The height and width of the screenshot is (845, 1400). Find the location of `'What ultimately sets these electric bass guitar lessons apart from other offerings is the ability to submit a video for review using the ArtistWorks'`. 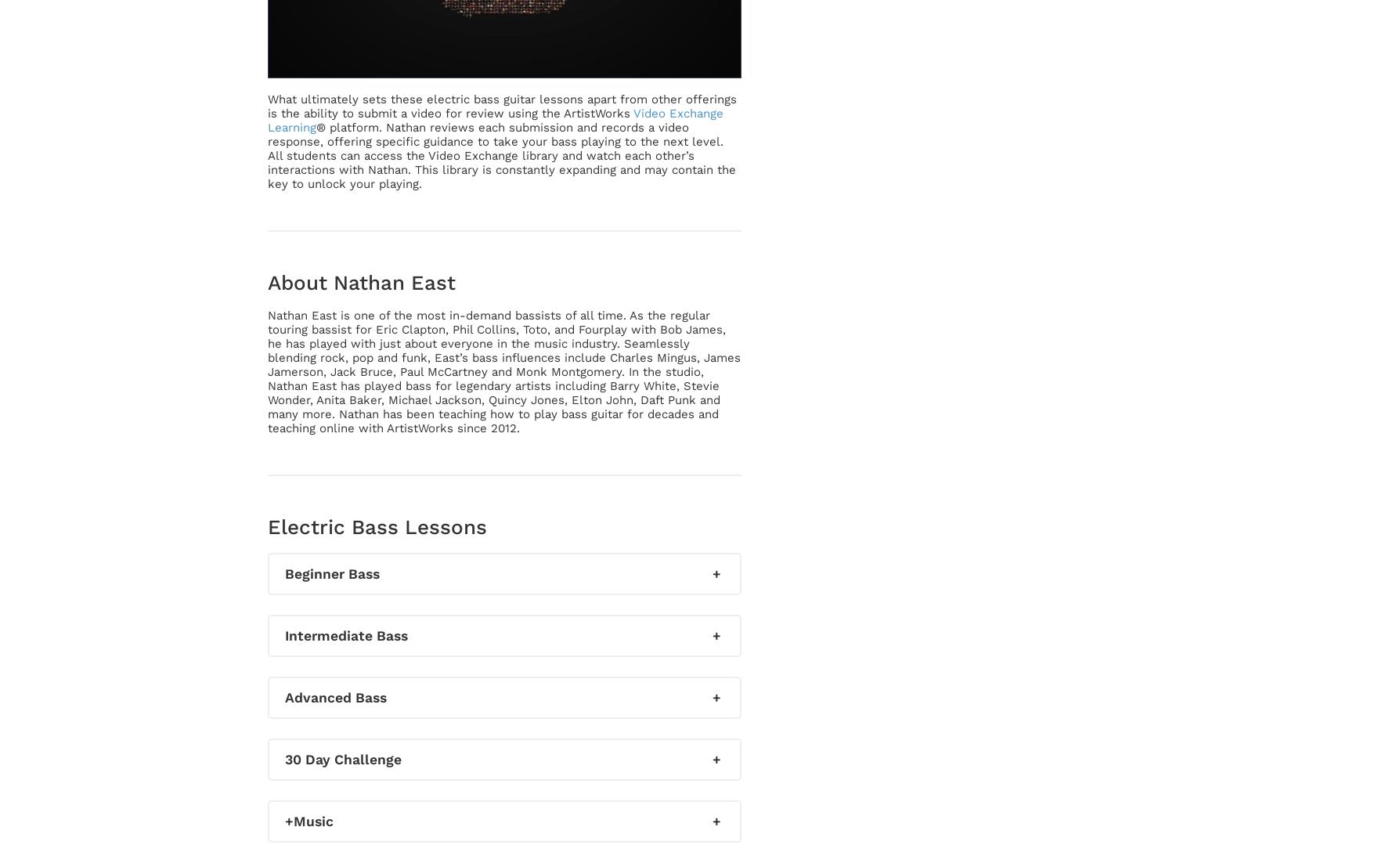

'What ultimately sets these electric bass guitar lessons apart from other offerings is the ability to submit a video for review using the ArtistWorks' is located at coordinates (502, 105).